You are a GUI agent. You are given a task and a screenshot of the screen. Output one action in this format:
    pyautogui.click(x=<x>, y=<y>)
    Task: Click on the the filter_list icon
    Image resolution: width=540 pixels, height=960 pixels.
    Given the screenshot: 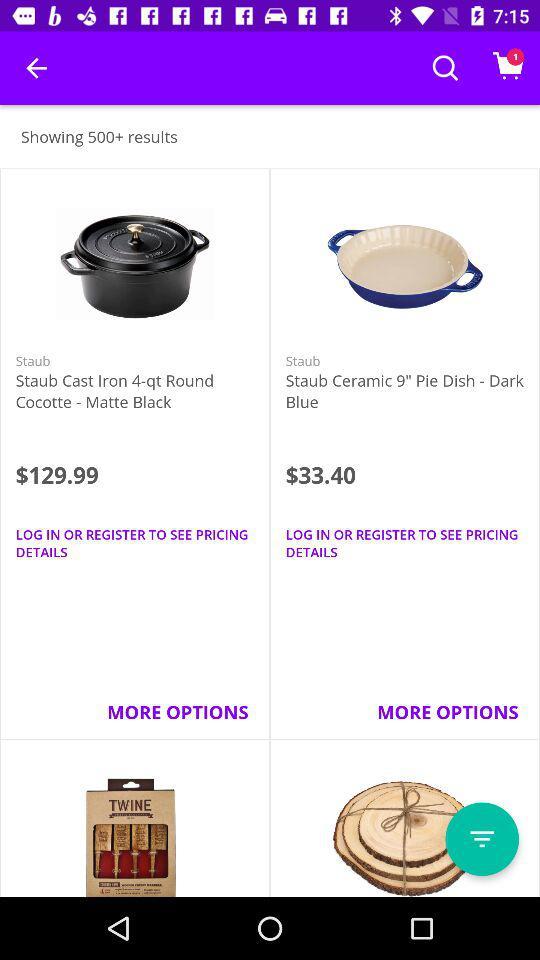 What is the action you would take?
    pyautogui.click(x=481, y=839)
    